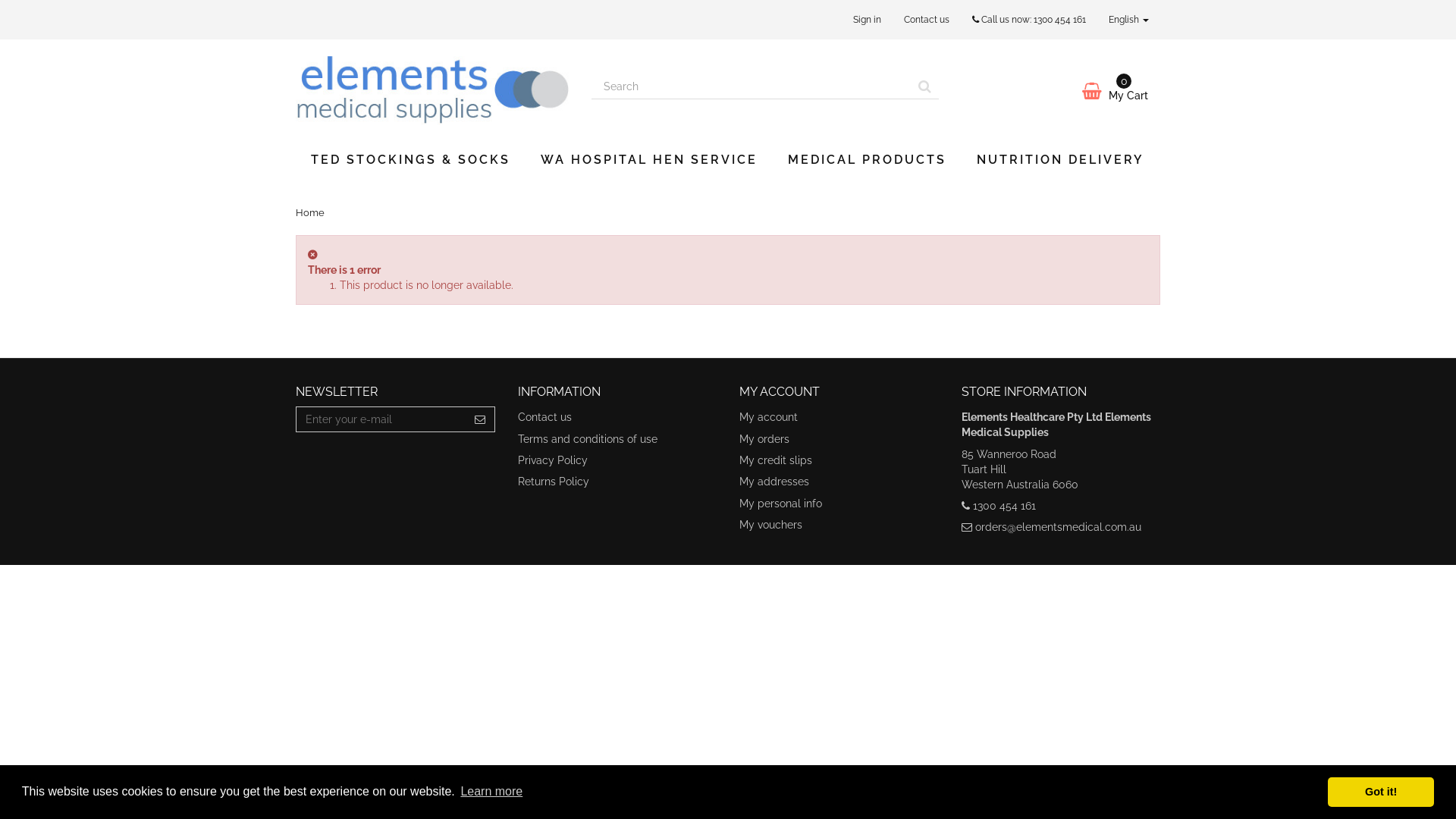  Describe the element at coordinates (516, 459) in the screenshot. I see `'Privacy Policy'` at that location.